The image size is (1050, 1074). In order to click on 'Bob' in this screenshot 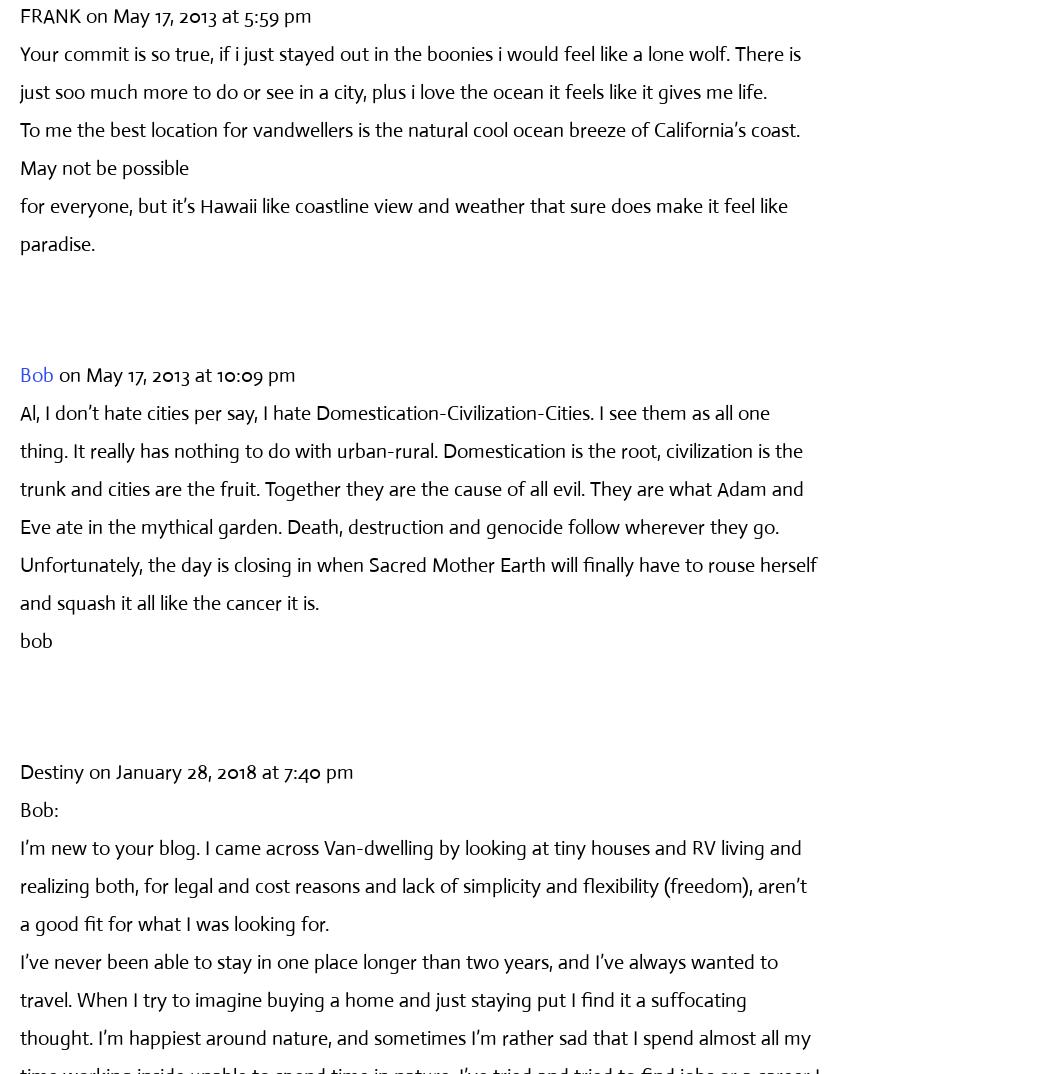, I will do `click(36, 373)`.